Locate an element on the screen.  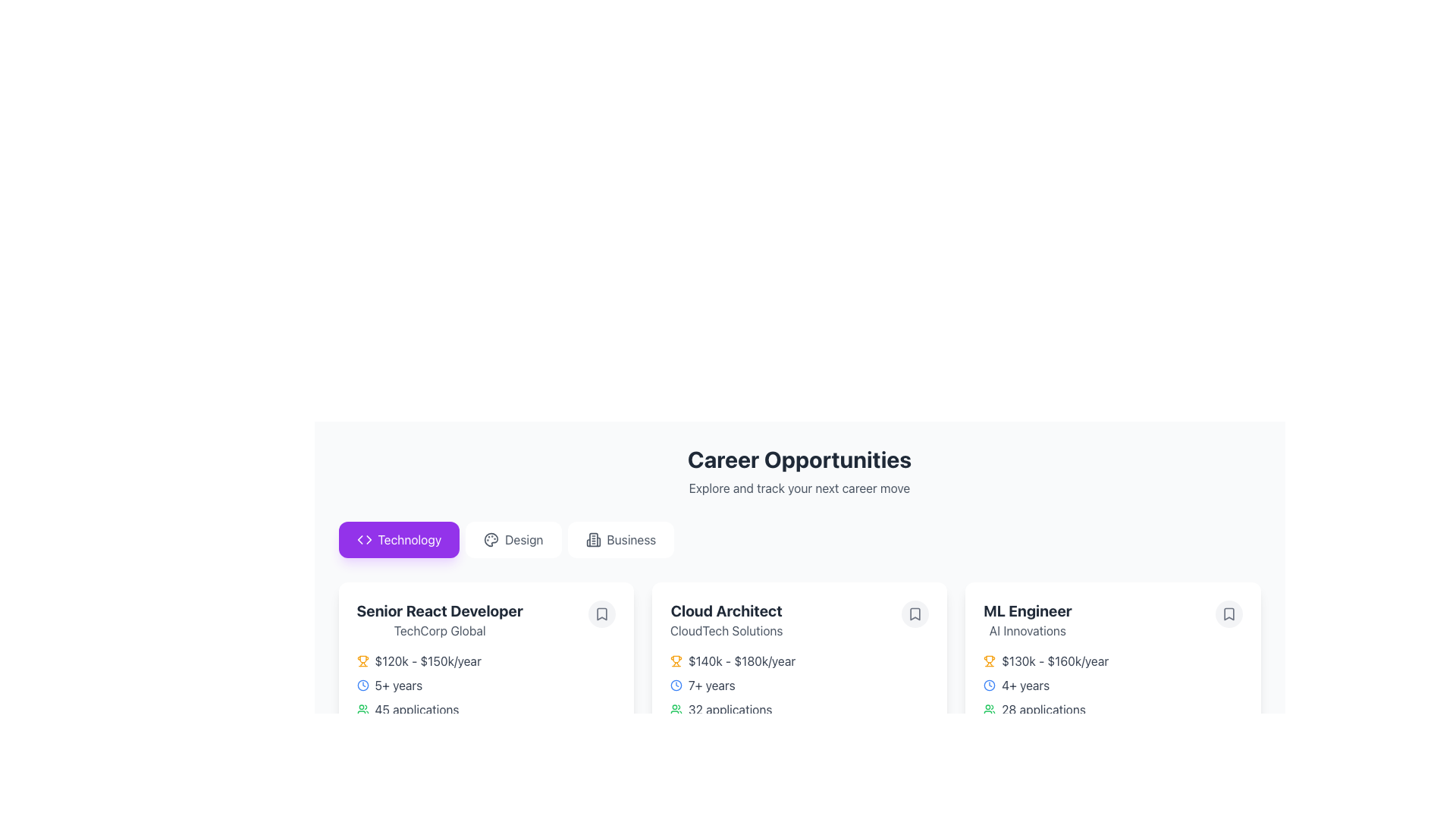
the circular button with a bookmark icon located in the top-right corner of the 'Cloud Architect' job card is located at coordinates (915, 614).